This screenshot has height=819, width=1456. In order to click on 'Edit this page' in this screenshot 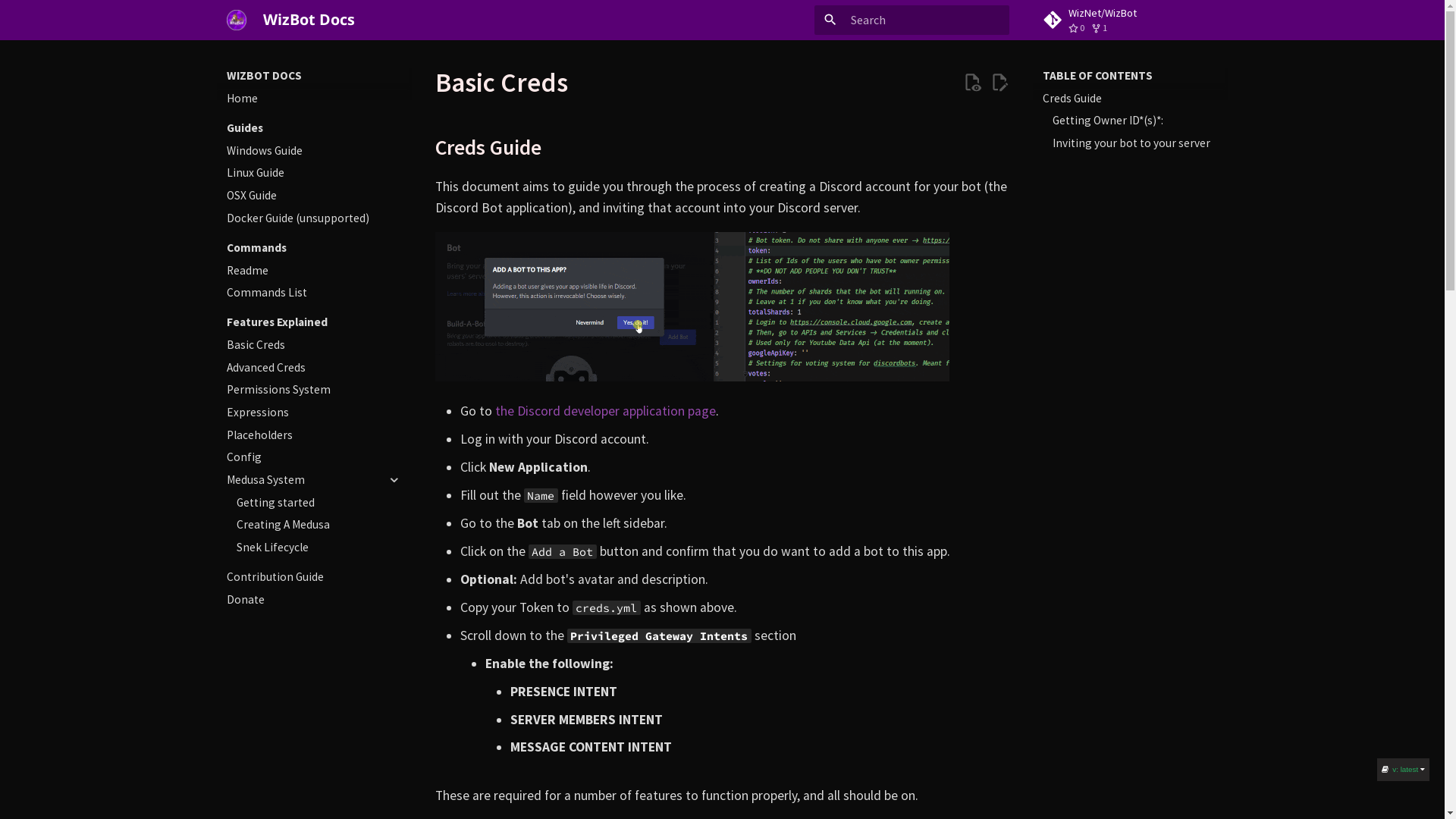, I will do `click(999, 82)`.